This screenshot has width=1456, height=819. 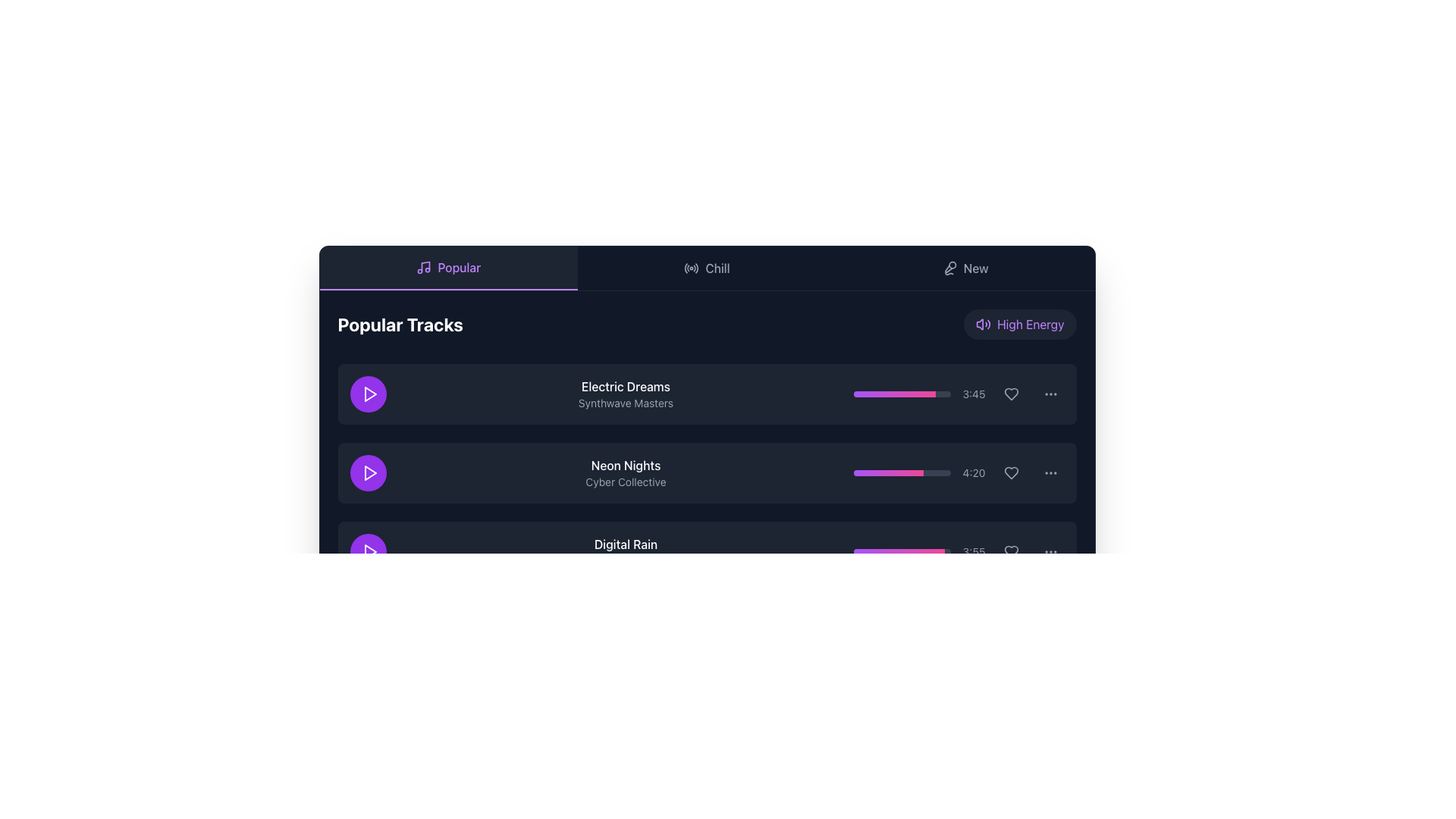 I want to click on the slider value, so click(x=933, y=552).